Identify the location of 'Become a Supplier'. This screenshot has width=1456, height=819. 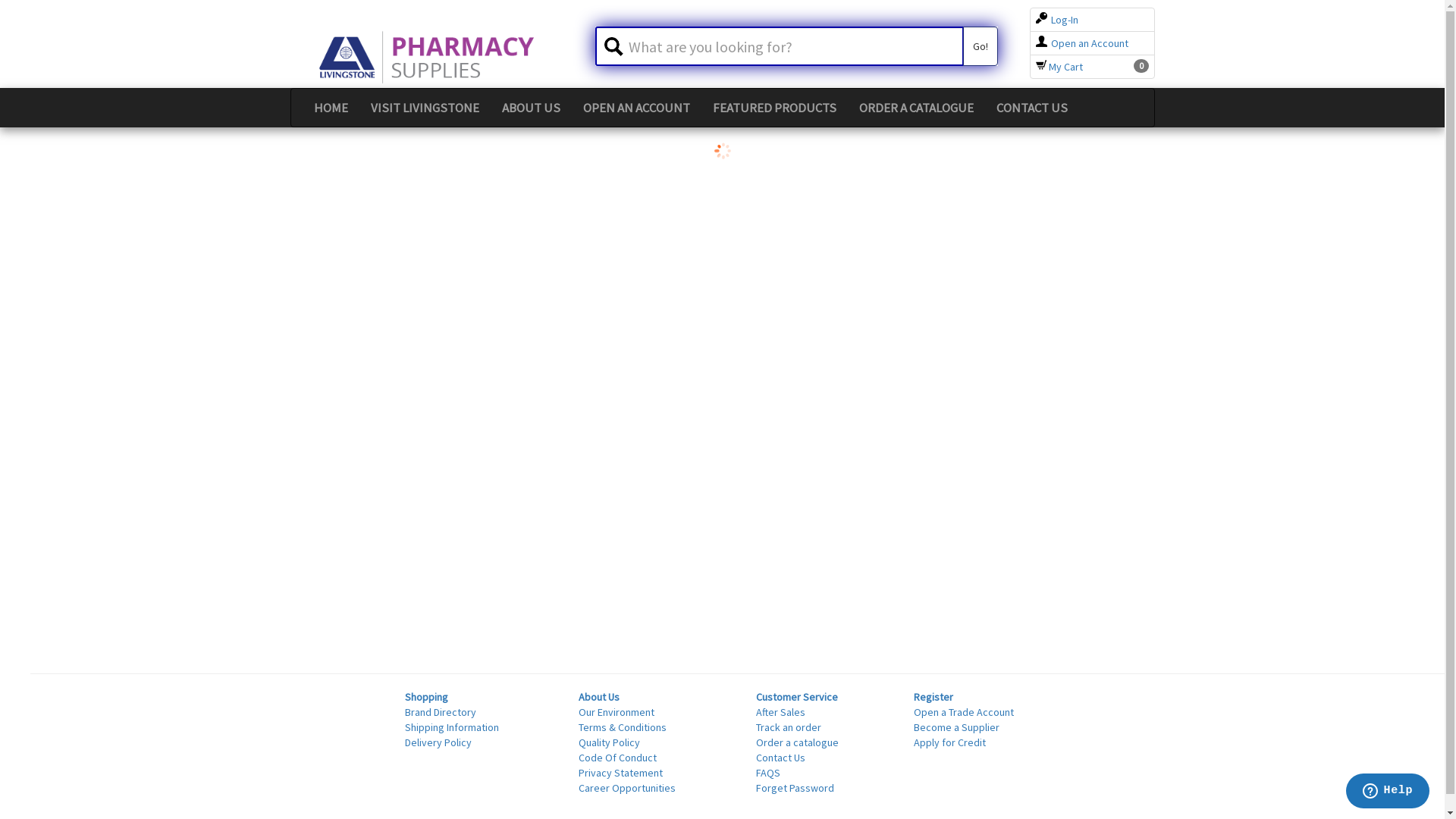
(912, 726).